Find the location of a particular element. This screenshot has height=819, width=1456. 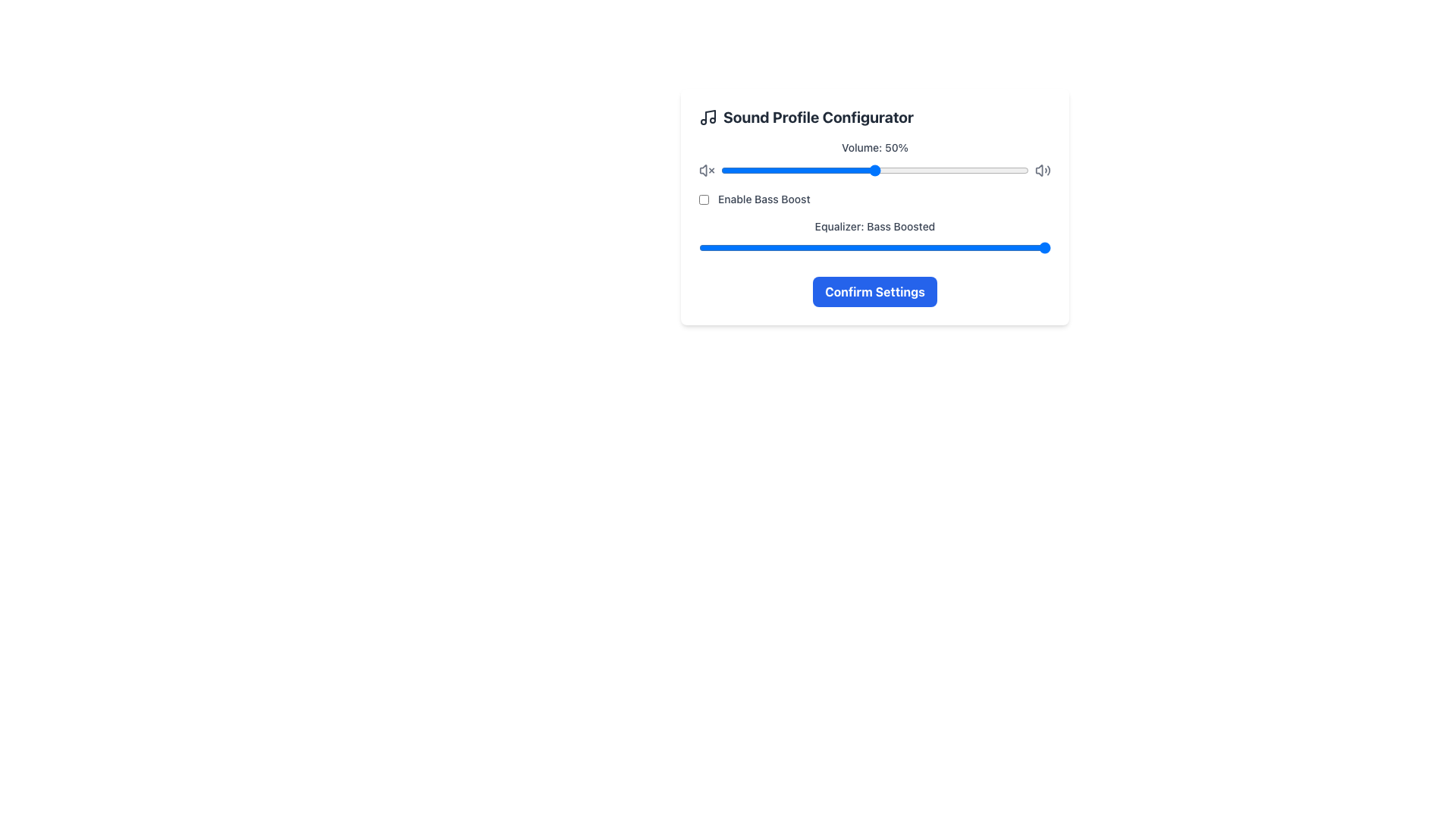

volume is located at coordinates (1026, 170).